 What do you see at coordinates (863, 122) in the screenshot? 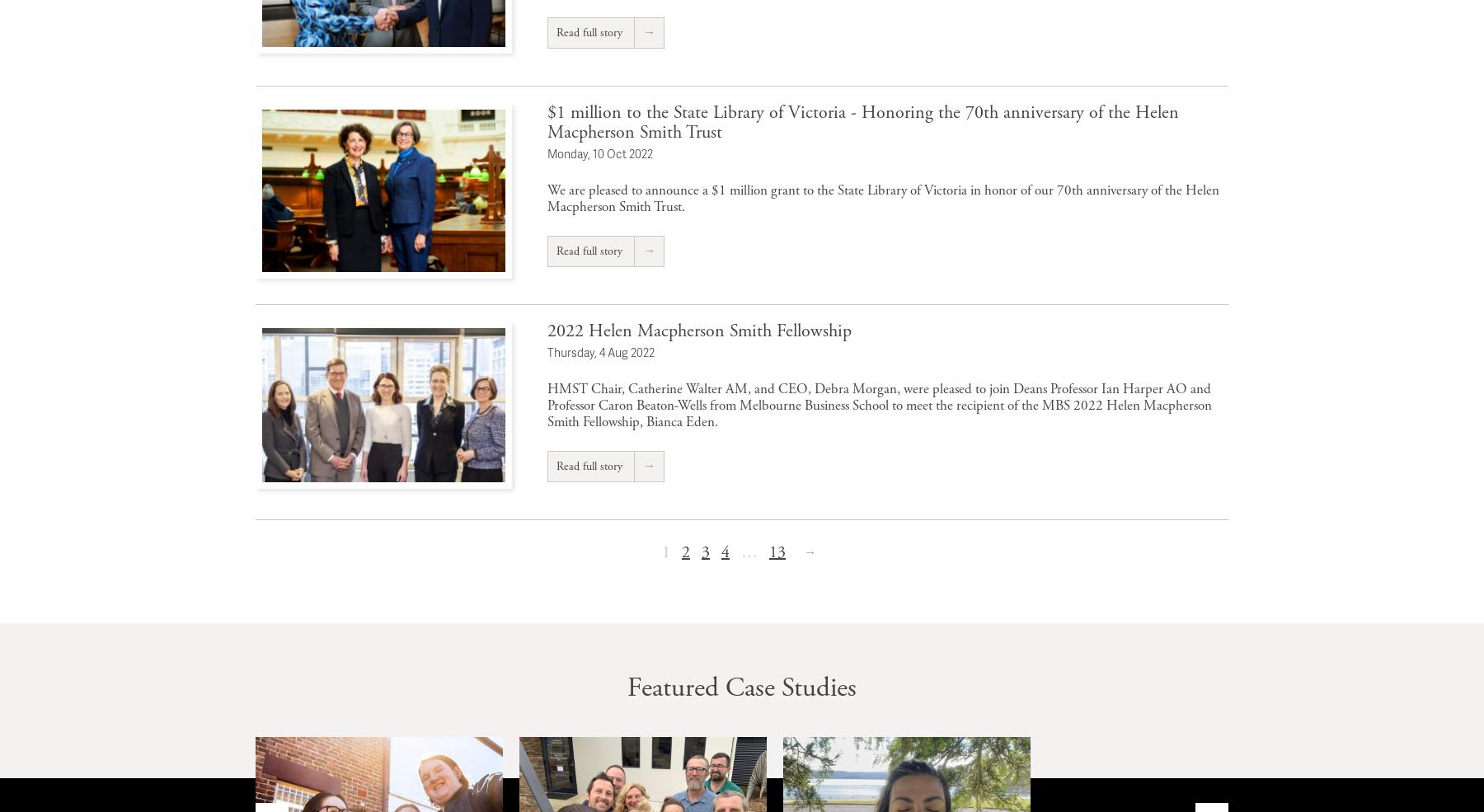
I see `'$1 million to the State Library of Victoria - Honoring the 70th anniversary of the Helen Macpherson Smith Trust'` at bounding box center [863, 122].